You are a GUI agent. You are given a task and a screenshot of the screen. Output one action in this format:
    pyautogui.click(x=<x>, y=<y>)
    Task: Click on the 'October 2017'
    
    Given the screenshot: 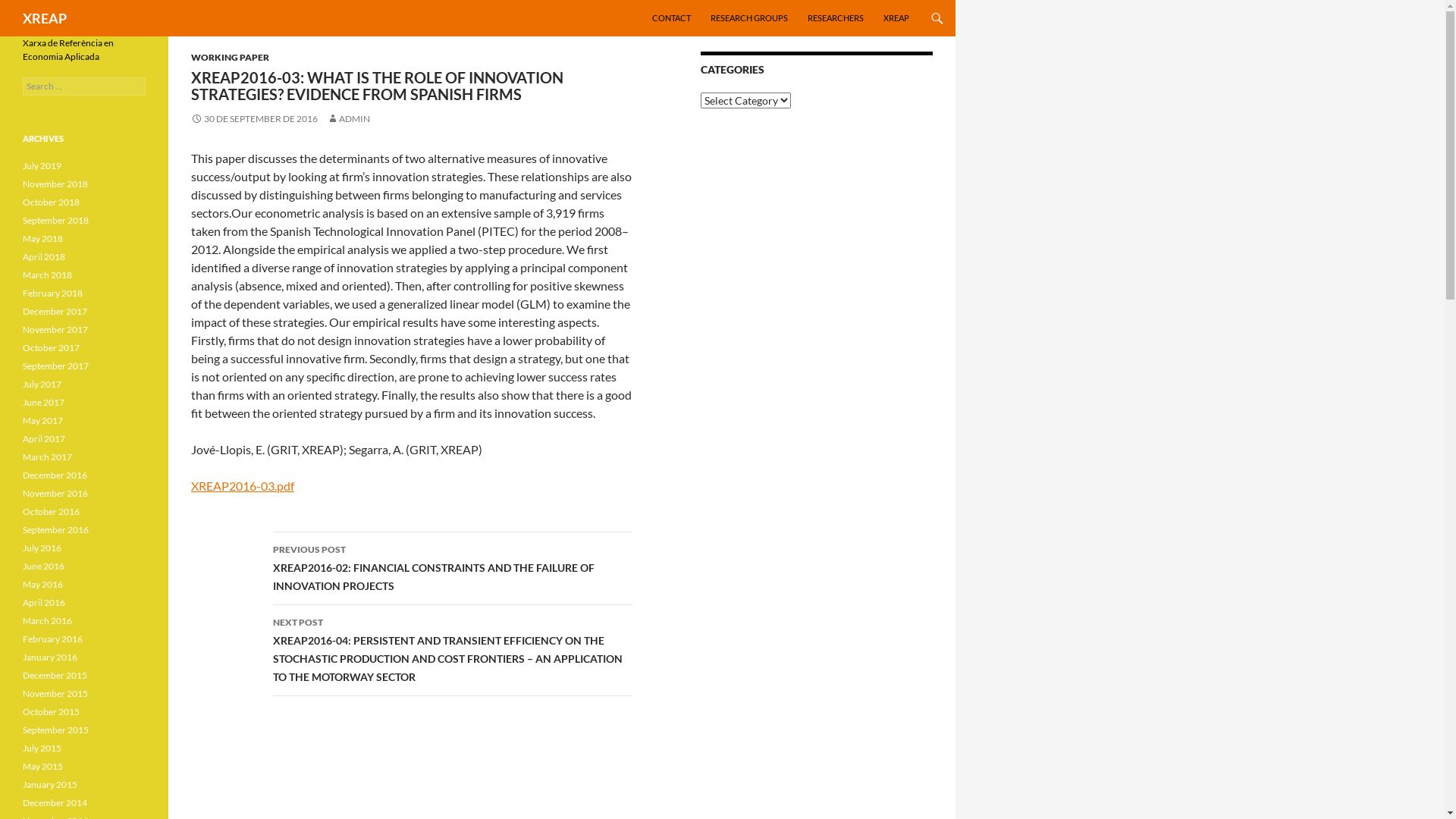 What is the action you would take?
    pyautogui.click(x=51, y=347)
    